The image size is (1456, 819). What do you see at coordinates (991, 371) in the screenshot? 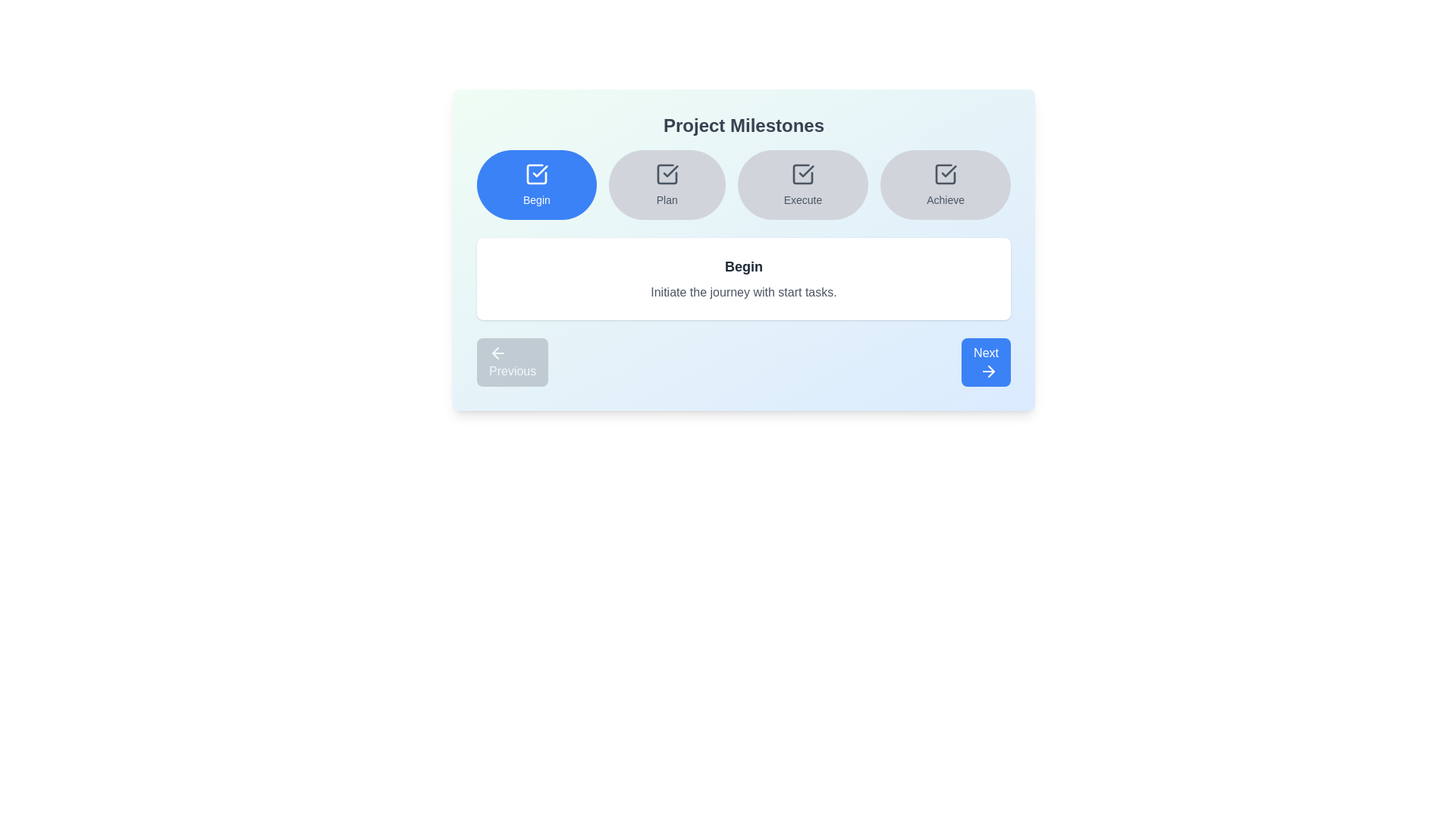
I see `the forward action icon located within the 'Next' button, situated at the rightmost part of the button` at bounding box center [991, 371].